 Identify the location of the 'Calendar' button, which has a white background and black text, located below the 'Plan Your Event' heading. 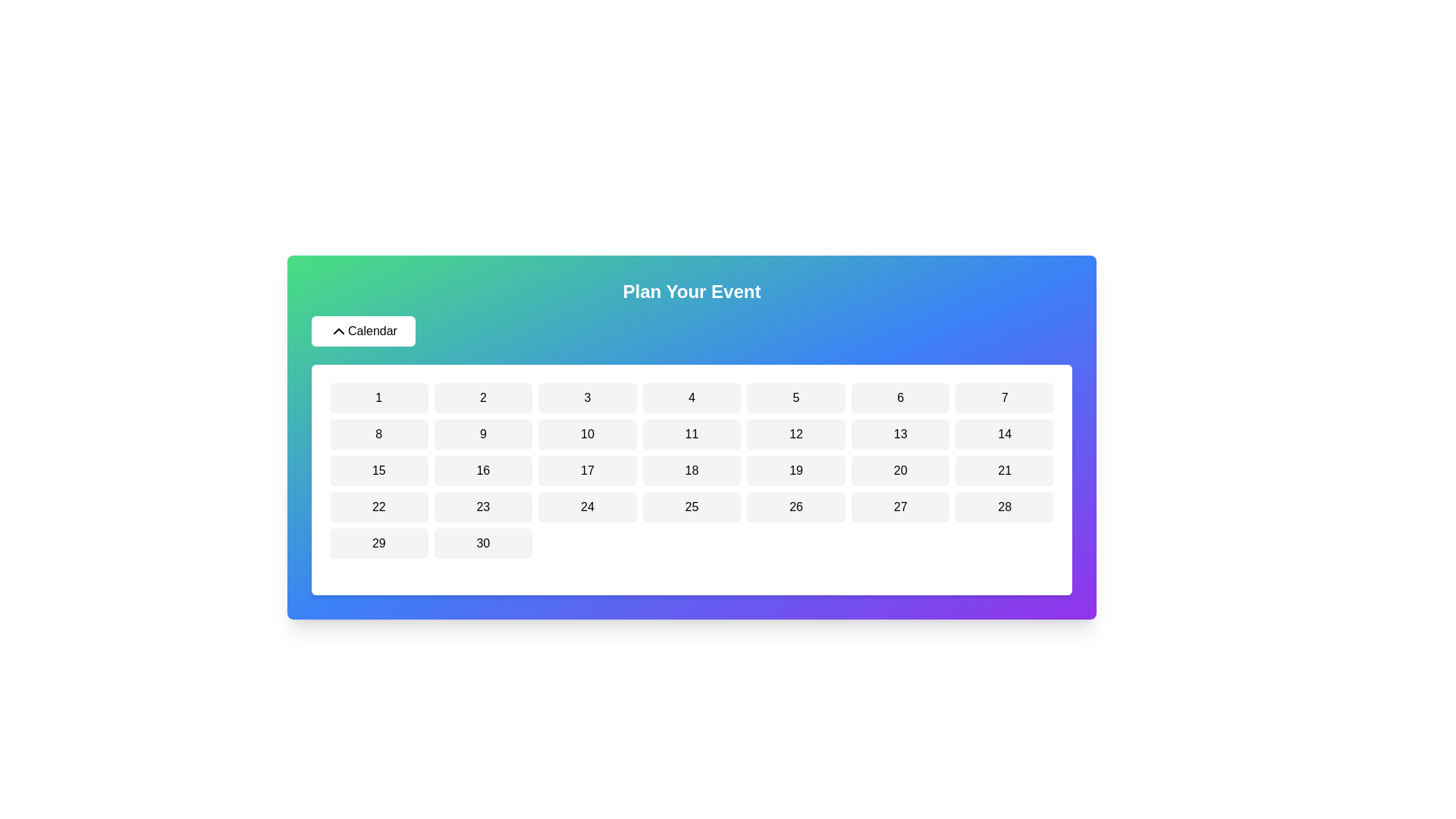
(362, 330).